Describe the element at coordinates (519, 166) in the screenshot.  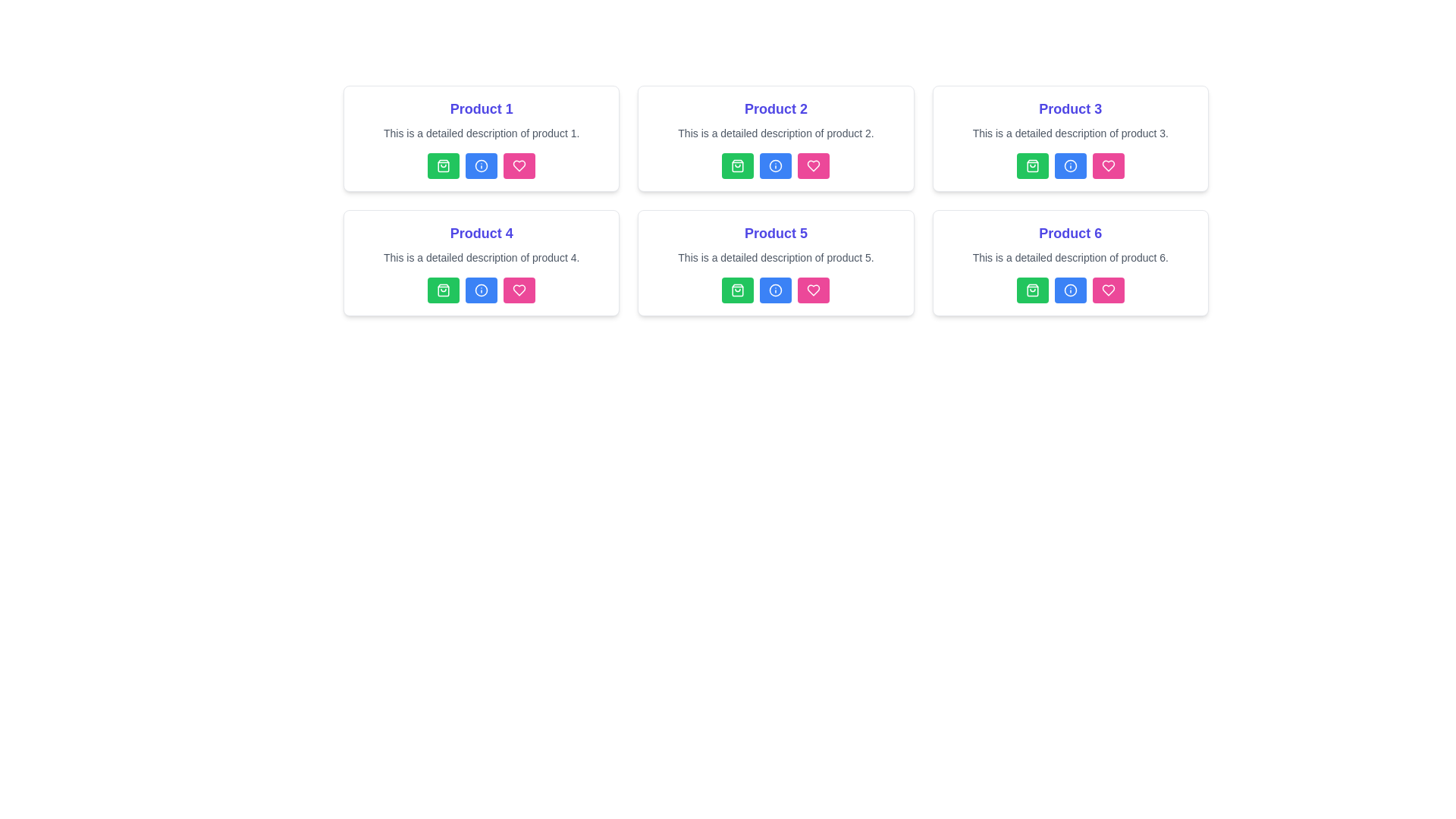
I see `the heart icon button with a pink fill and white border to mark or unmark 'Product 4' as a favorite` at that location.